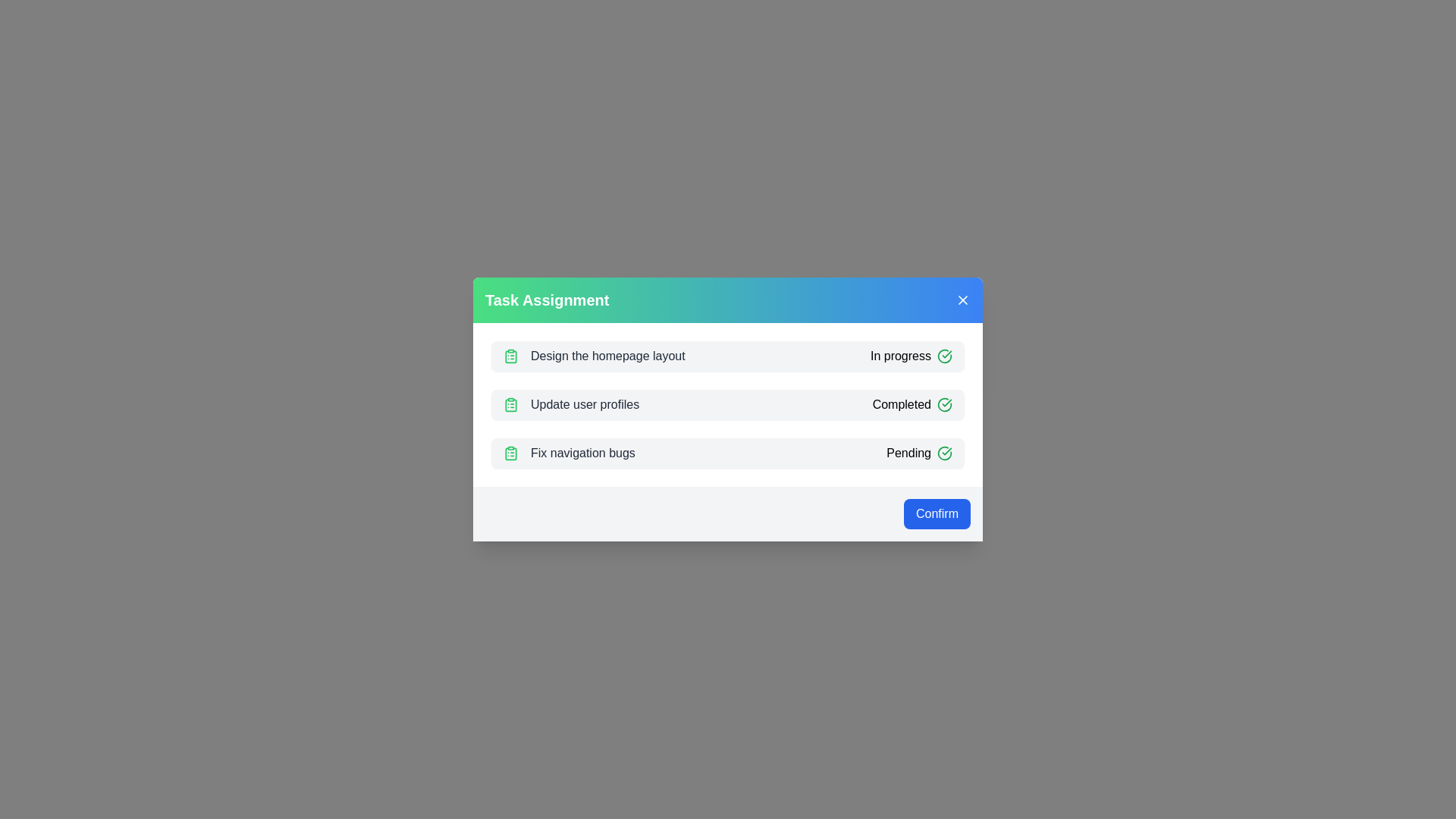  What do you see at coordinates (510, 403) in the screenshot?
I see `the green clipboard icon within the 'Task Assignment' modal, which is positioned near the 'Update user profiles' label` at bounding box center [510, 403].